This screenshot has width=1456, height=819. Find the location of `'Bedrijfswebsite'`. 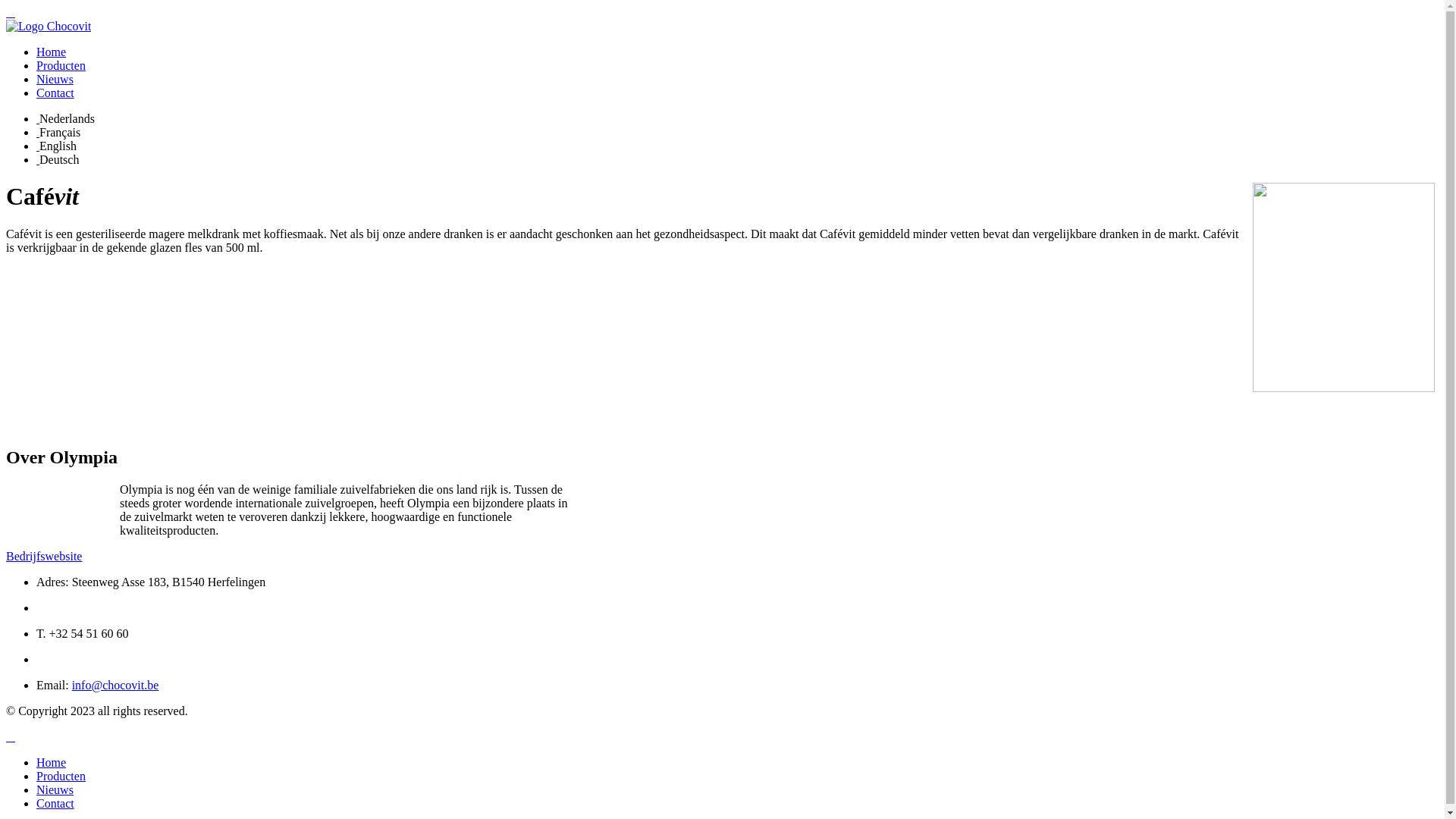

'Bedrijfswebsite' is located at coordinates (6, 556).